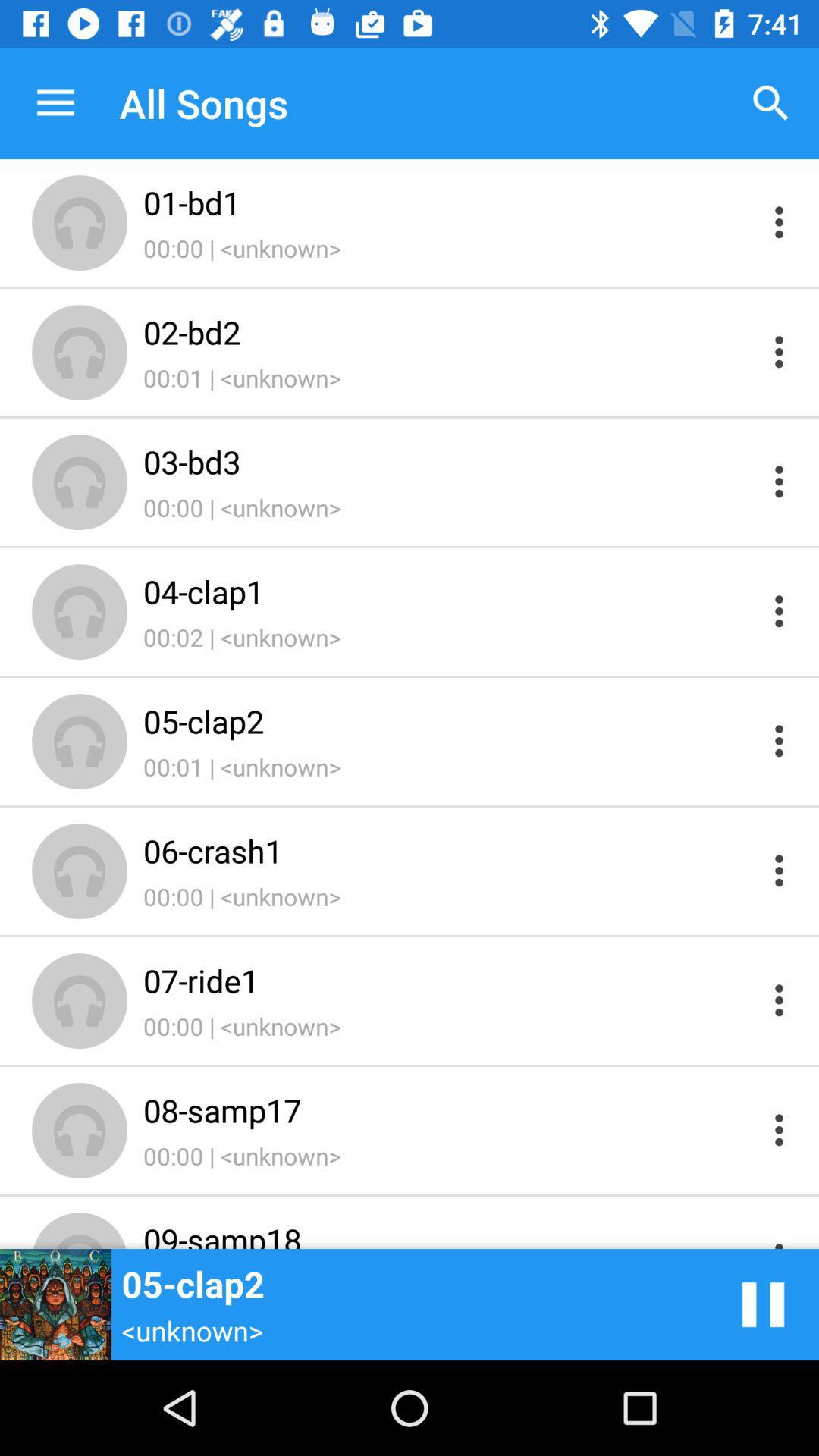  What do you see at coordinates (779, 221) in the screenshot?
I see `opens a menu` at bounding box center [779, 221].